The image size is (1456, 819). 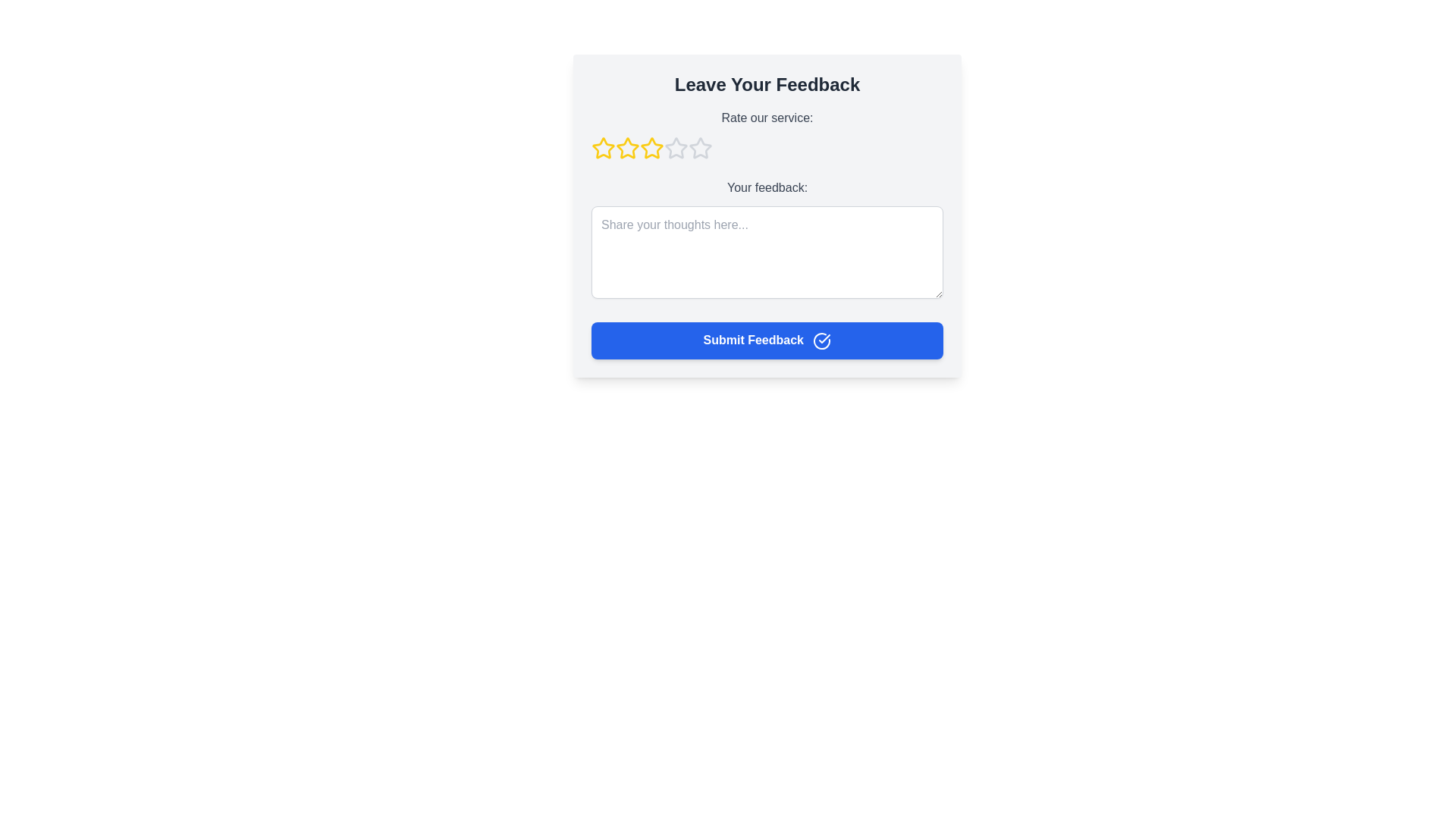 I want to click on the first star icon under the 'Rate our service' heading, so click(x=603, y=148).